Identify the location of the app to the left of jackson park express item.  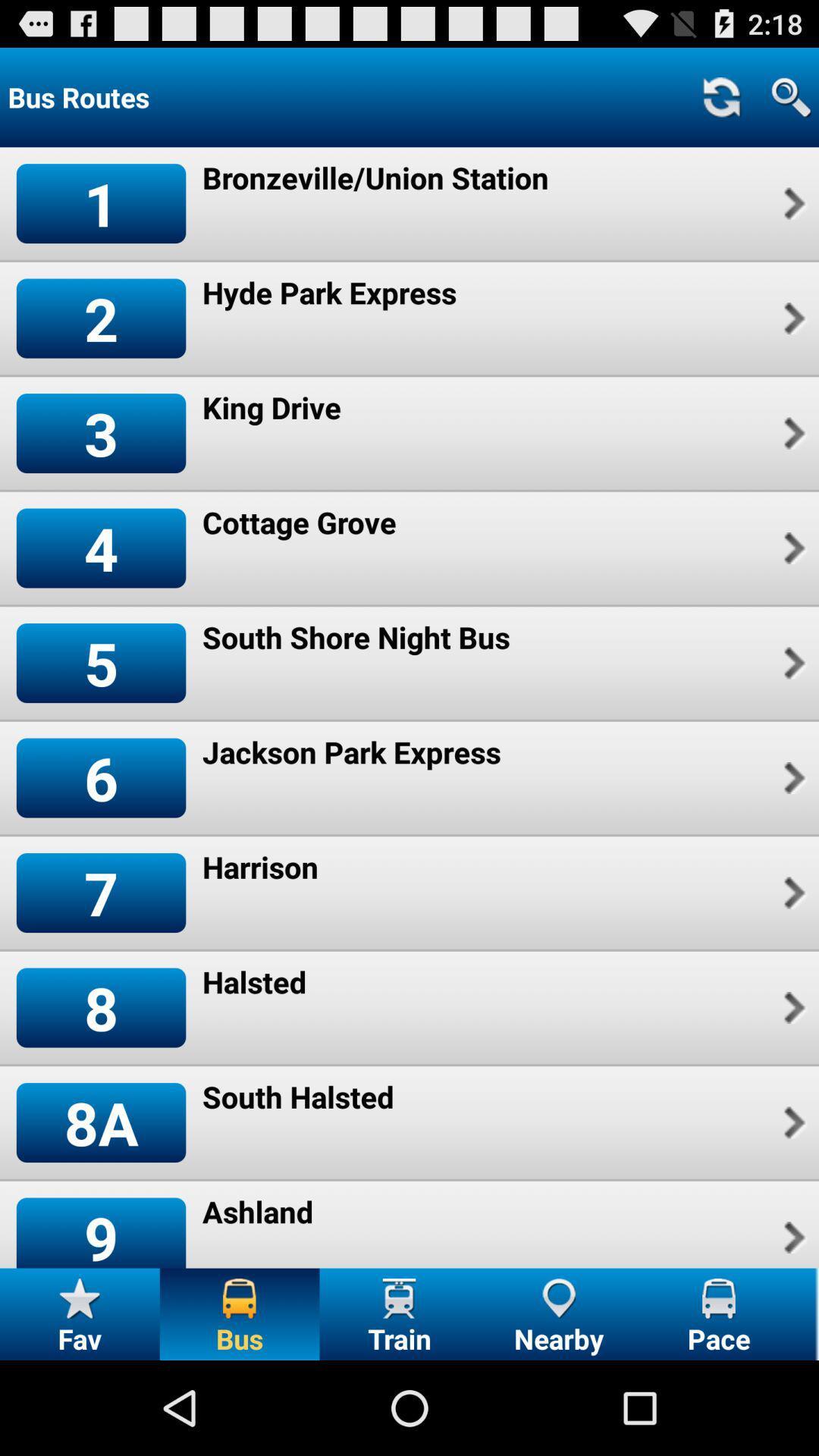
(101, 778).